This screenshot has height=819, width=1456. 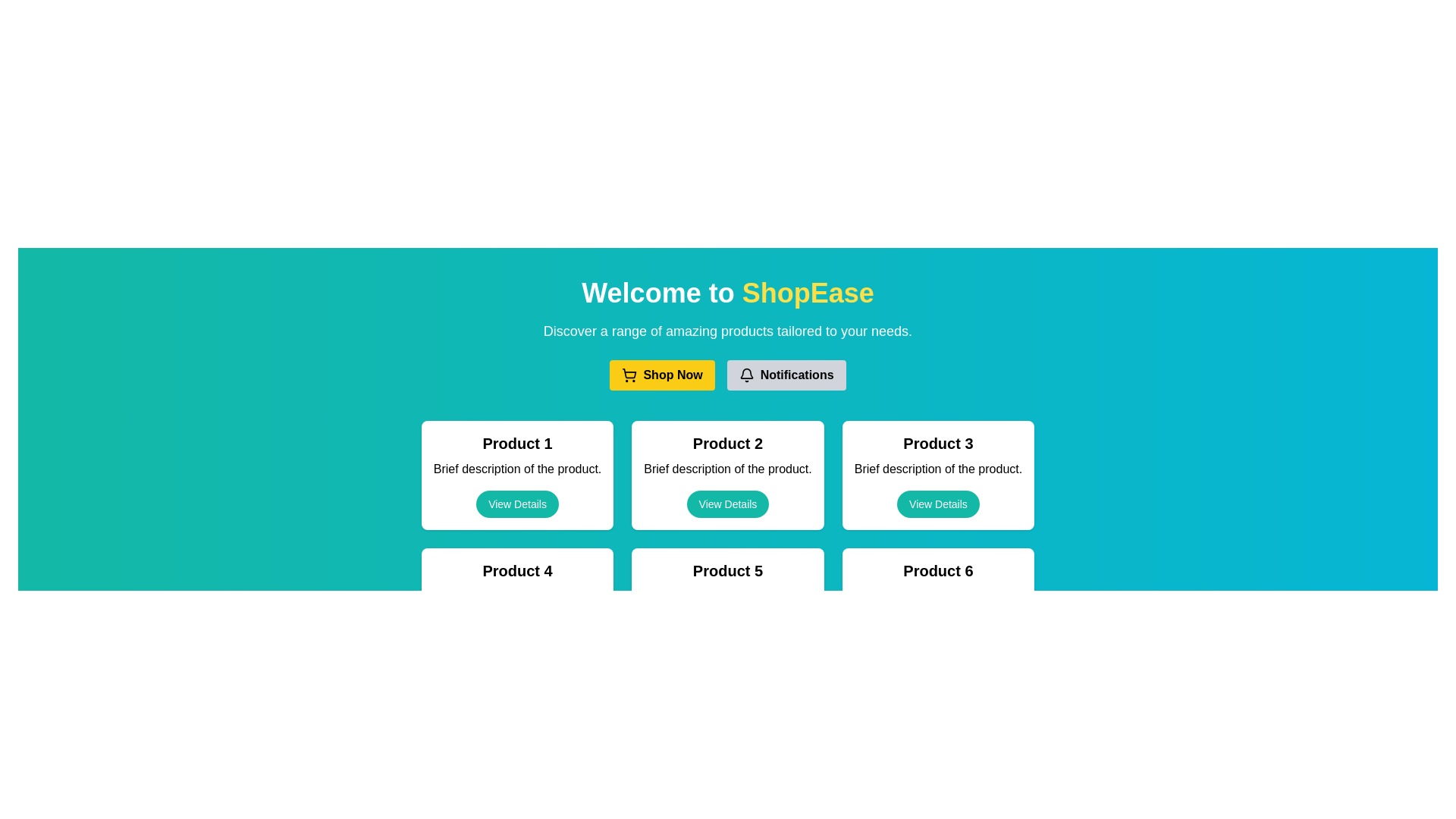 I want to click on the notifications button located to the right of the 'Shop Now' button, so click(x=786, y=375).